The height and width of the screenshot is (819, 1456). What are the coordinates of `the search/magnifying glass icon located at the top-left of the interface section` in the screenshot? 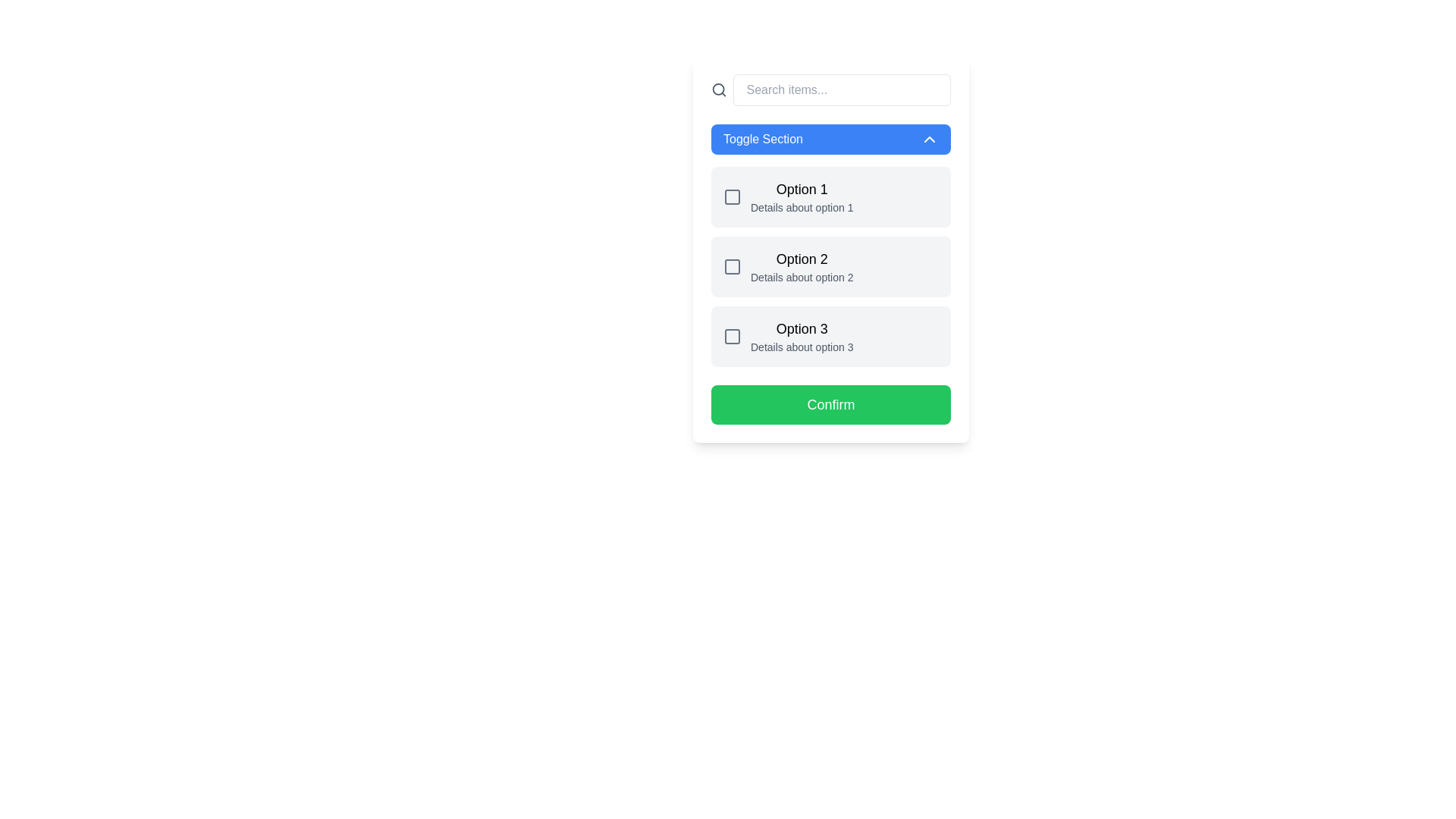 It's located at (718, 90).